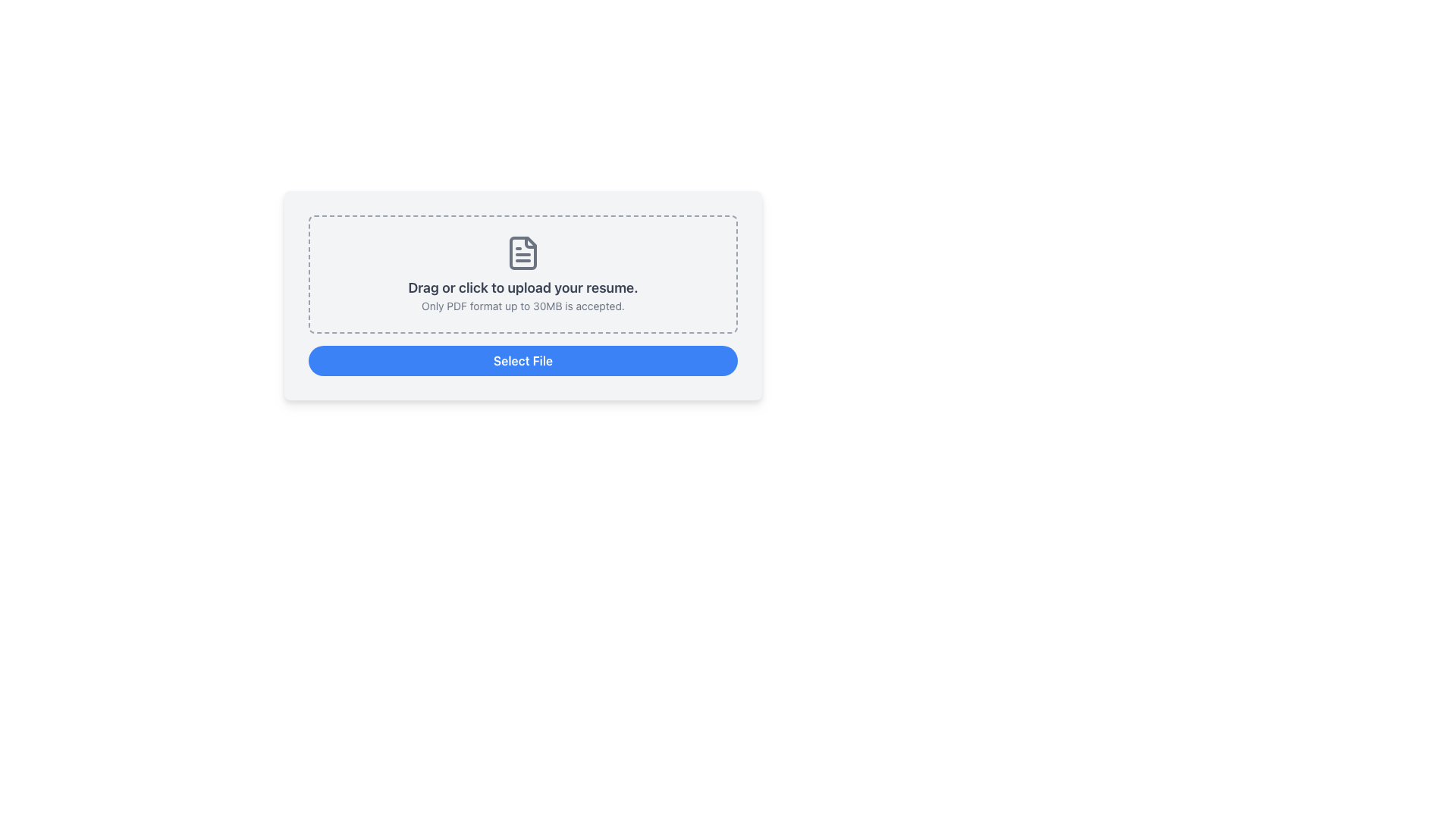  I want to click on the button located at the bottom of the light-gray rectangular area, which allows users to initiate the file selection dialog for uploading a resume, so click(523, 360).